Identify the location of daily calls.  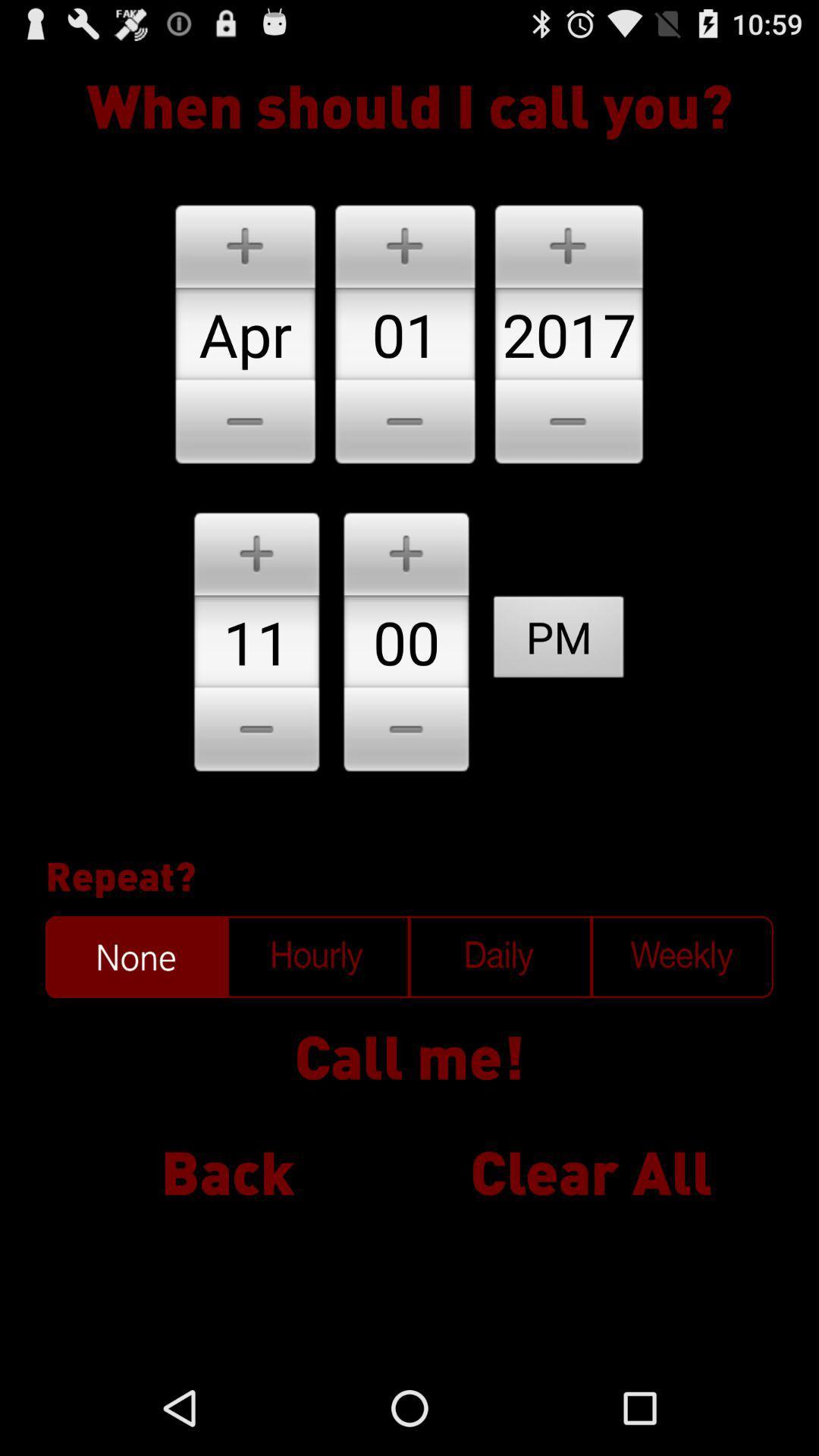
(500, 956).